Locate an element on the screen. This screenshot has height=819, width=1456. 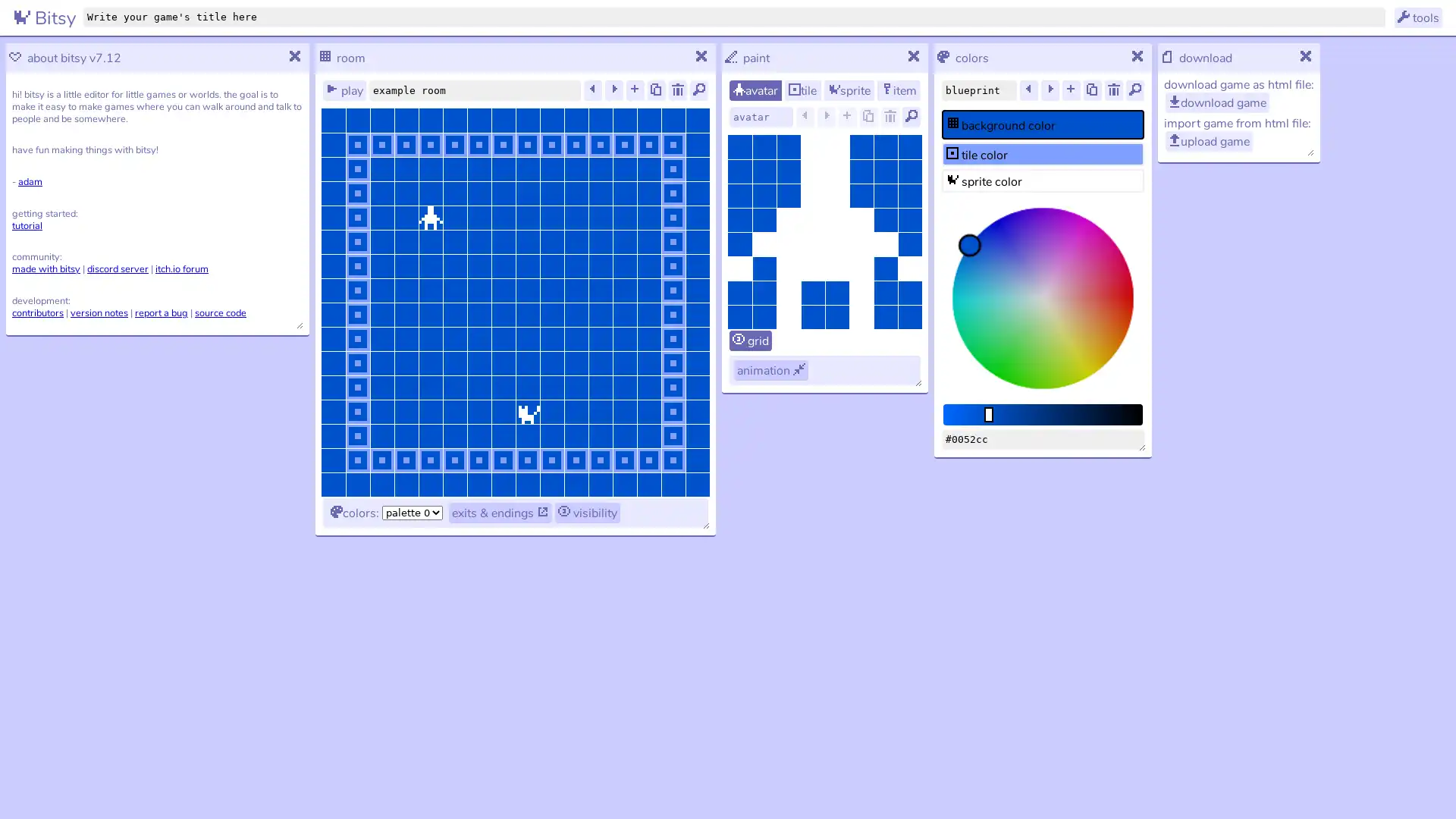
delete room is located at coordinates (676, 90).